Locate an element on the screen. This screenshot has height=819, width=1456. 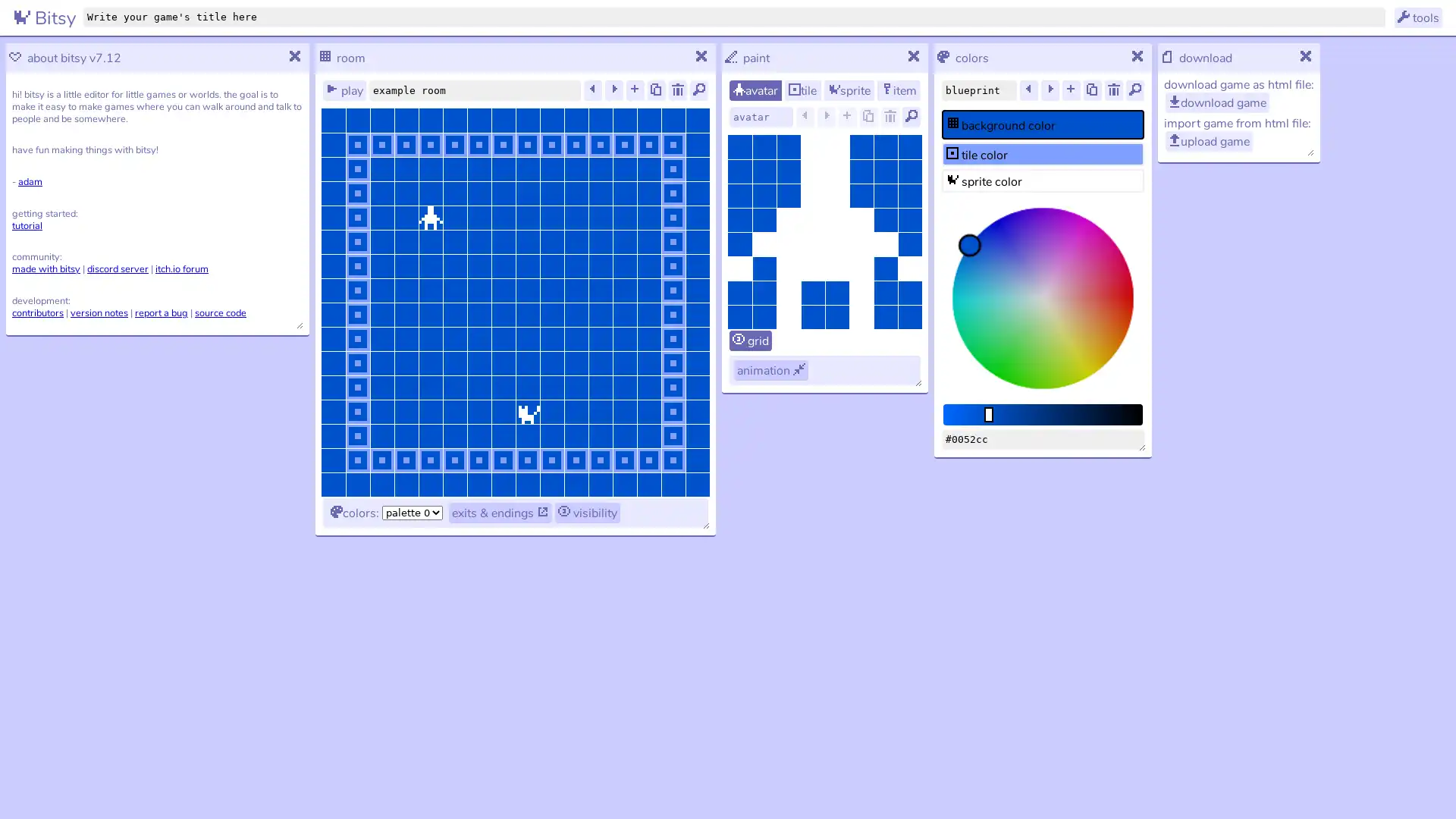
delete room is located at coordinates (676, 90).